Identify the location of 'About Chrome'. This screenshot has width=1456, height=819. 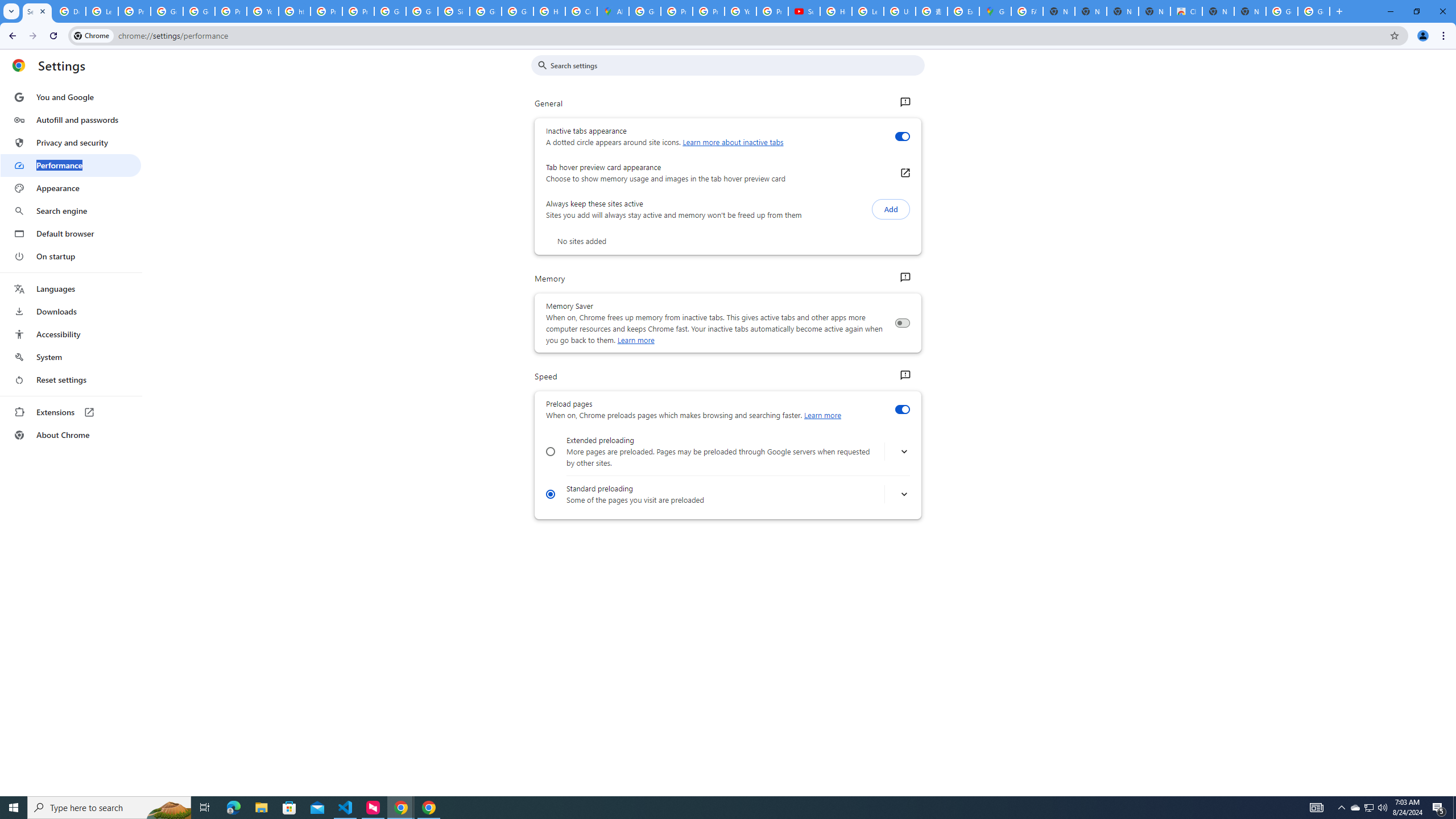
(70, 434).